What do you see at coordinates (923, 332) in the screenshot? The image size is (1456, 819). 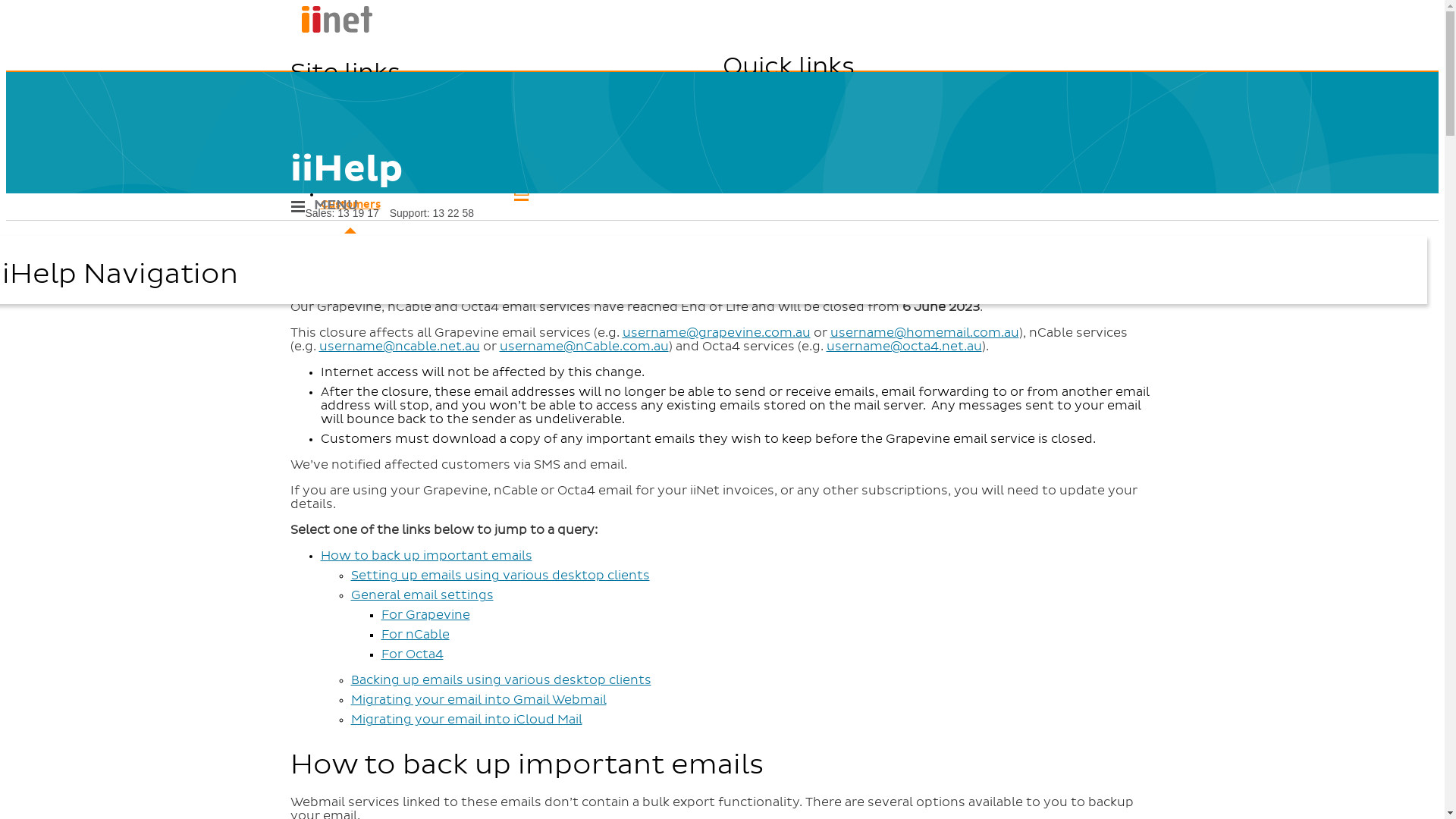 I see `'username@homemail.com.au'` at bounding box center [923, 332].